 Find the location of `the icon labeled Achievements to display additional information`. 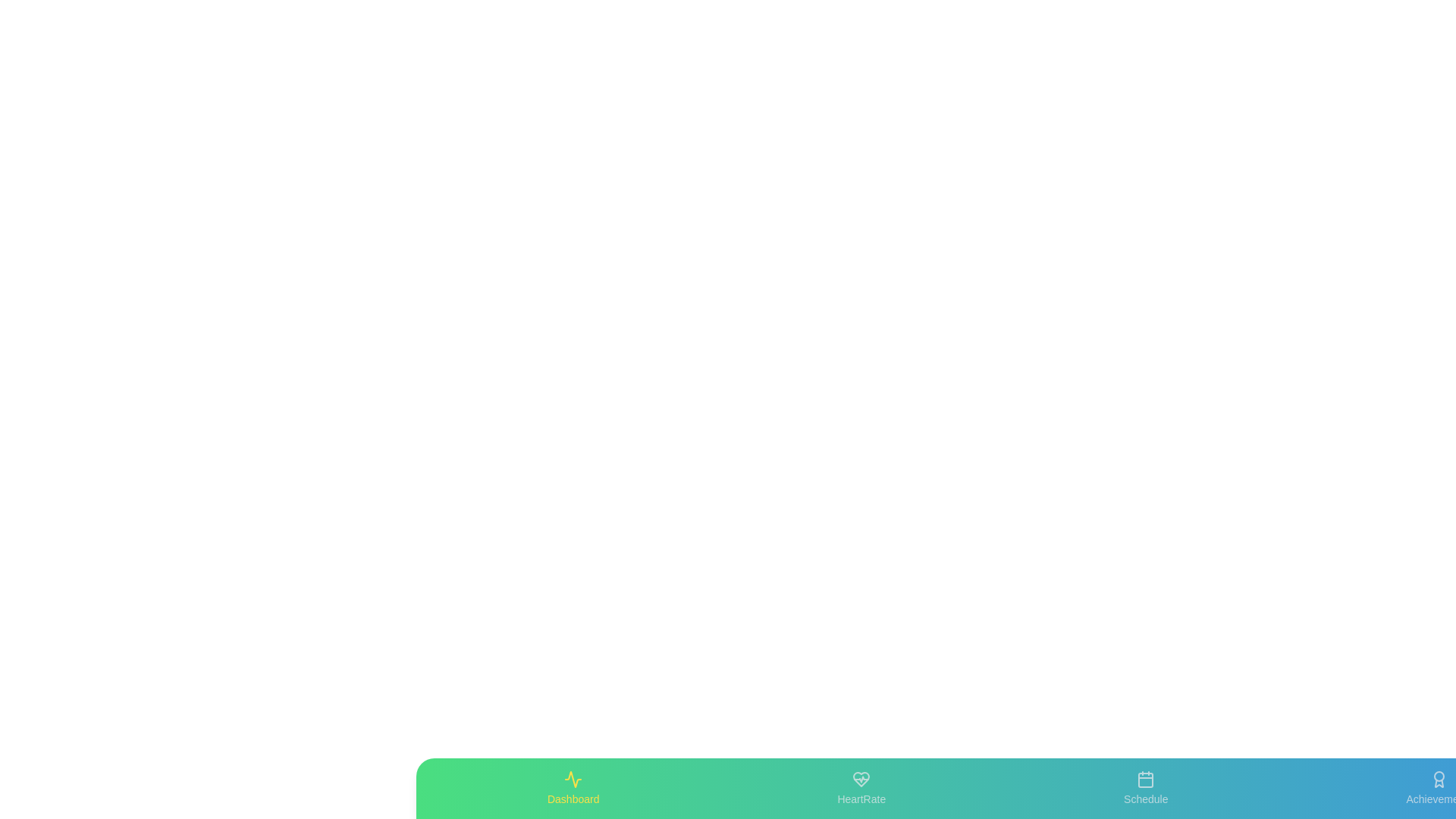

the icon labeled Achievements to display additional information is located at coordinates (1438, 788).